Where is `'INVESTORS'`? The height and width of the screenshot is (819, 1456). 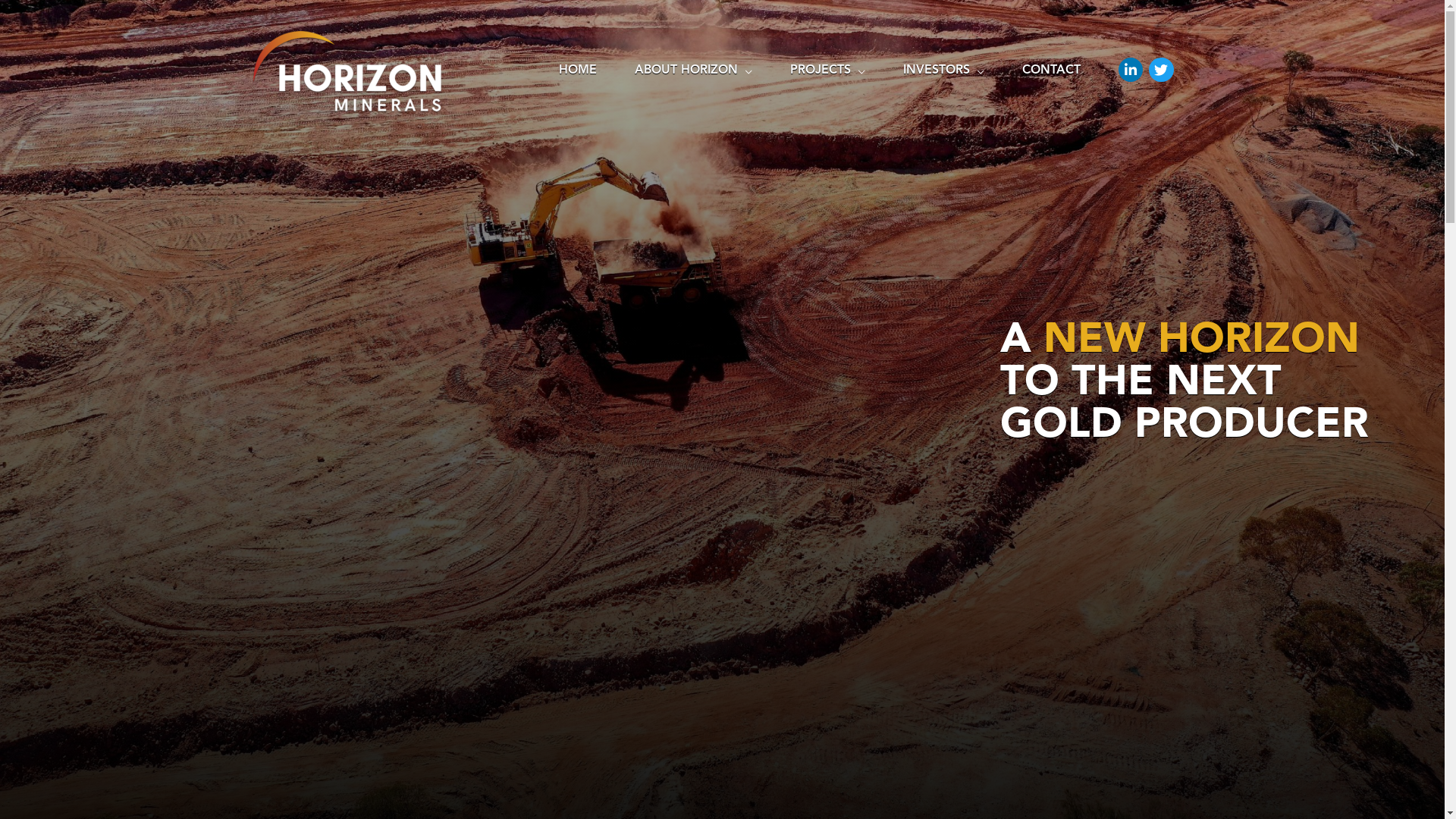 'INVESTORS' is located at coordinates (943, 72).